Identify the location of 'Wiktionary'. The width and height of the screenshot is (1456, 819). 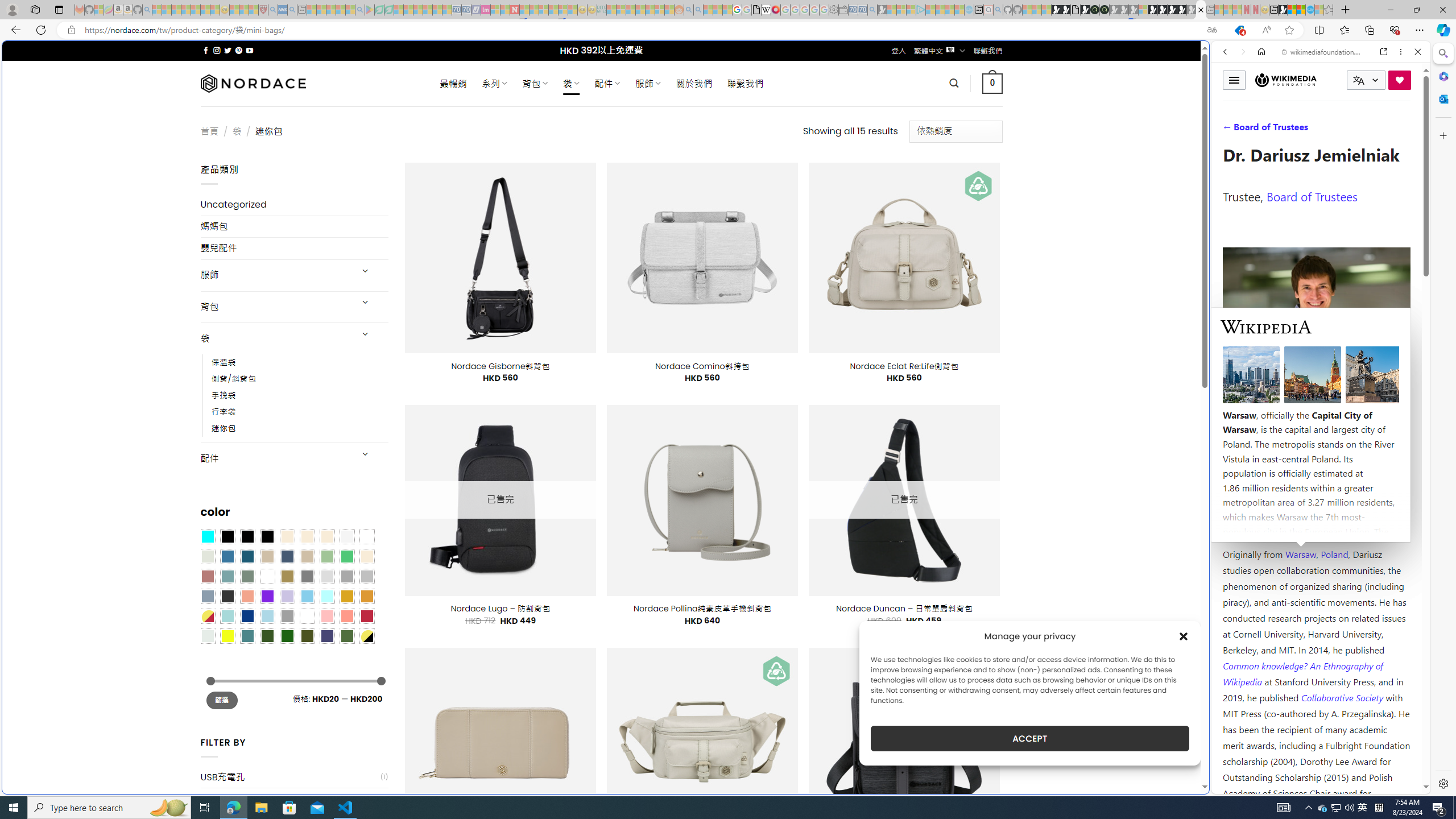
(1316, 380).